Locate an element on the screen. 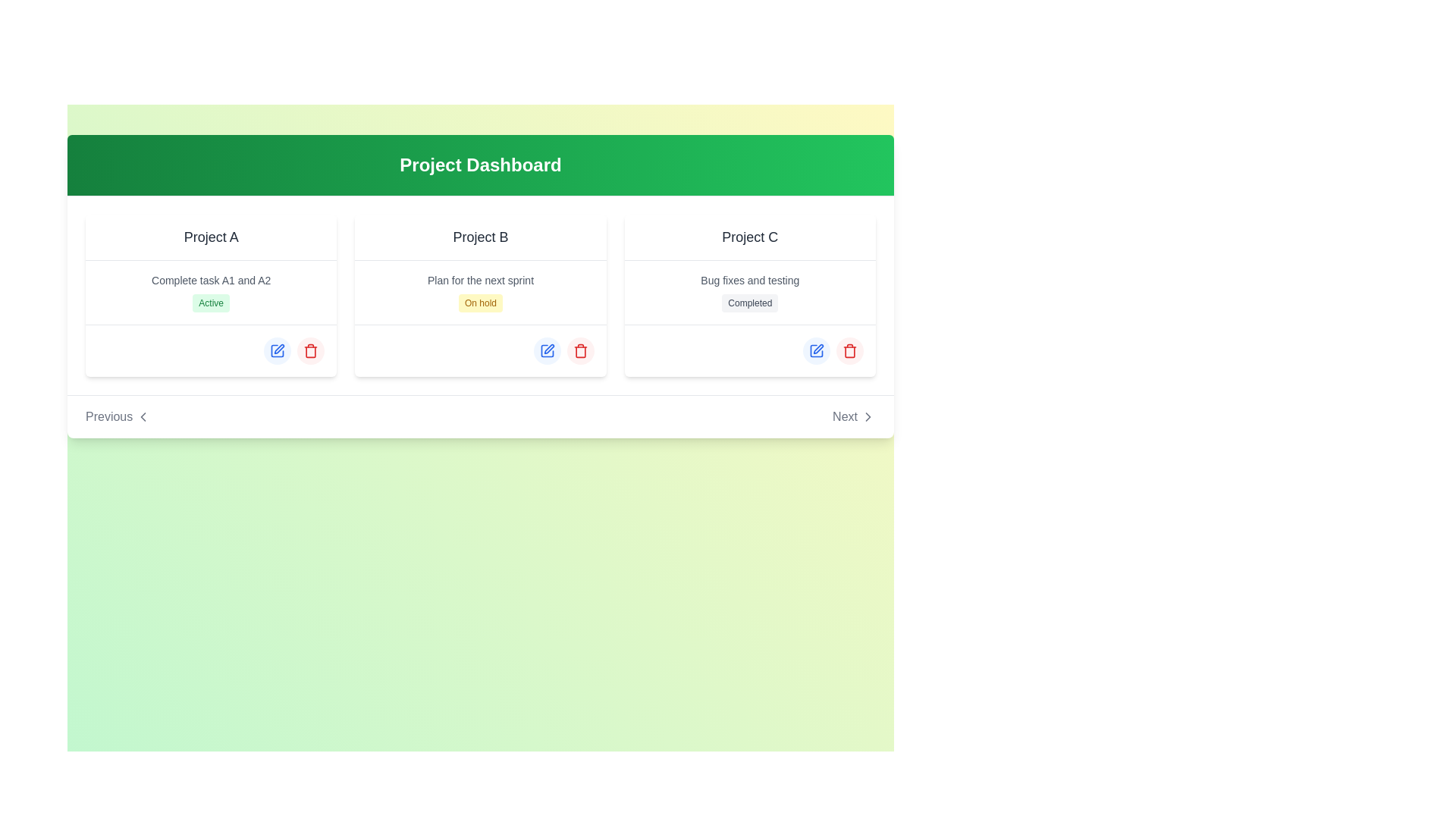  the trash icon button in the action controls of the third card in the dashboard for 'Project C' is located at coordinates (850, 350).